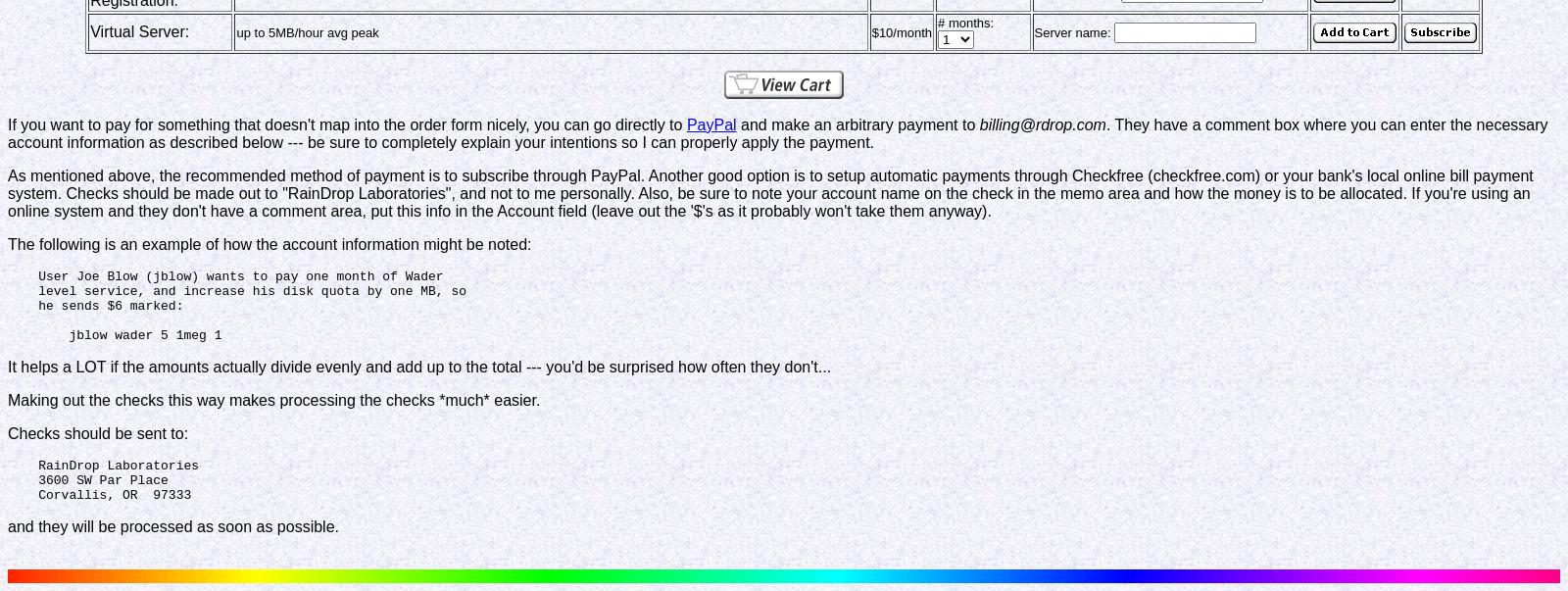 The width and height of the screenshot is (1568, 591). I want to click on '$10/month', so click(900, 30).